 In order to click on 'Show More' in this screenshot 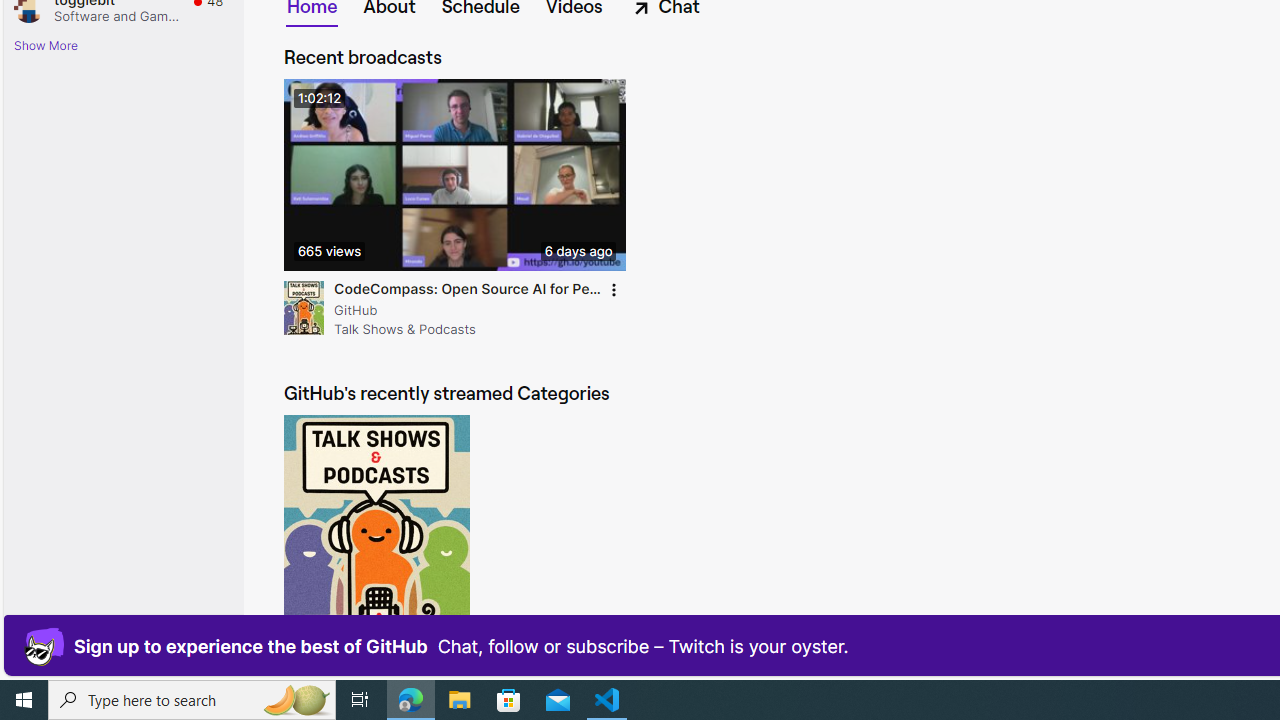, I will do `click(46, 45)`.